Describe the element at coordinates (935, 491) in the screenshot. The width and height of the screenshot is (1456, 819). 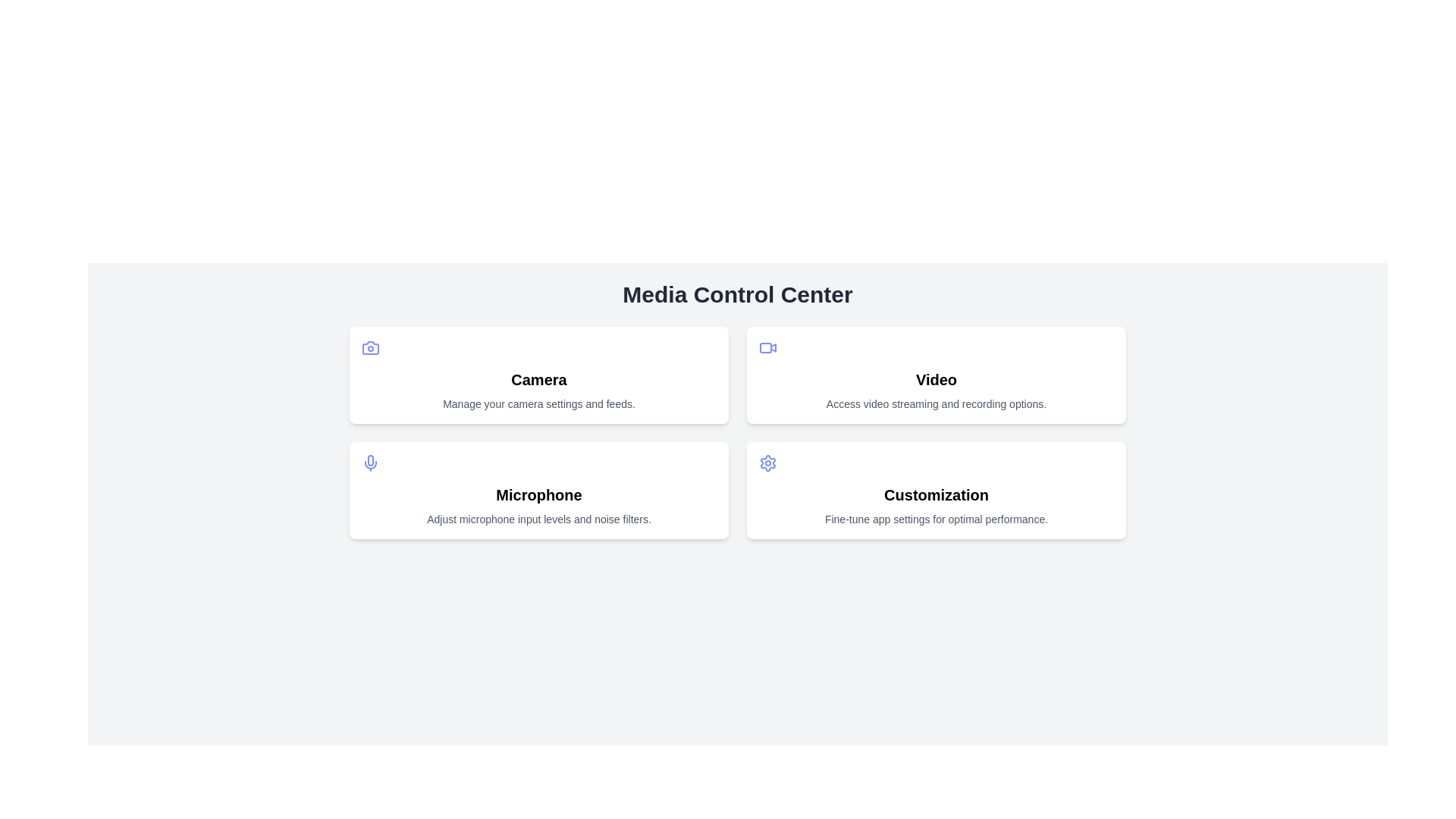
I see `the Card Component located in the bottom-right corner of the grid layout, which functions as a navigation or information card for customizing app settings` at that location.